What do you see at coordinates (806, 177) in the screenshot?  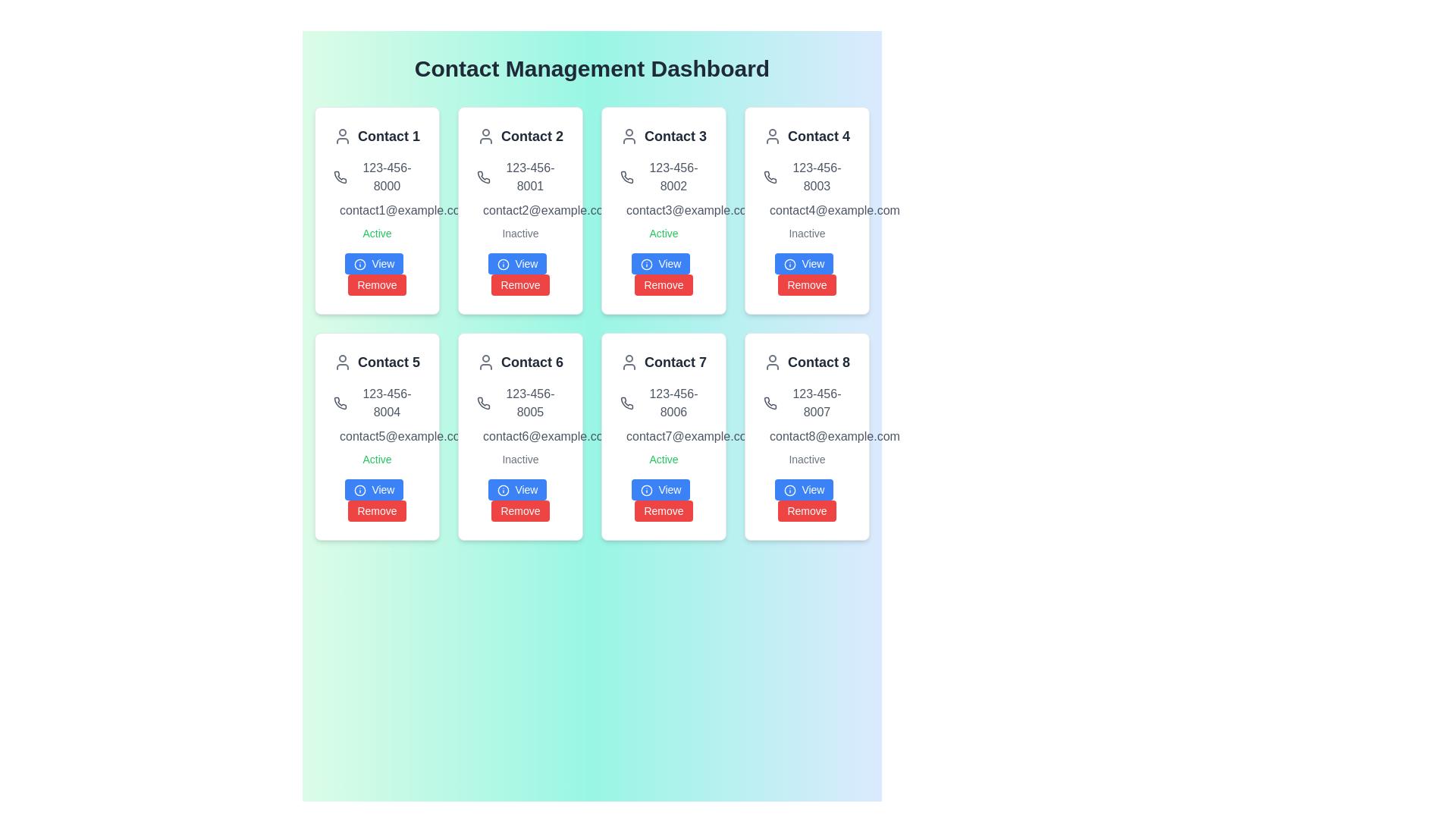 I see `the static text displaying the contact phone number in the fourth contact card labeled 'Contact 4', which is located towards the center of the card, above the email address` at bounding box center [806, 177].